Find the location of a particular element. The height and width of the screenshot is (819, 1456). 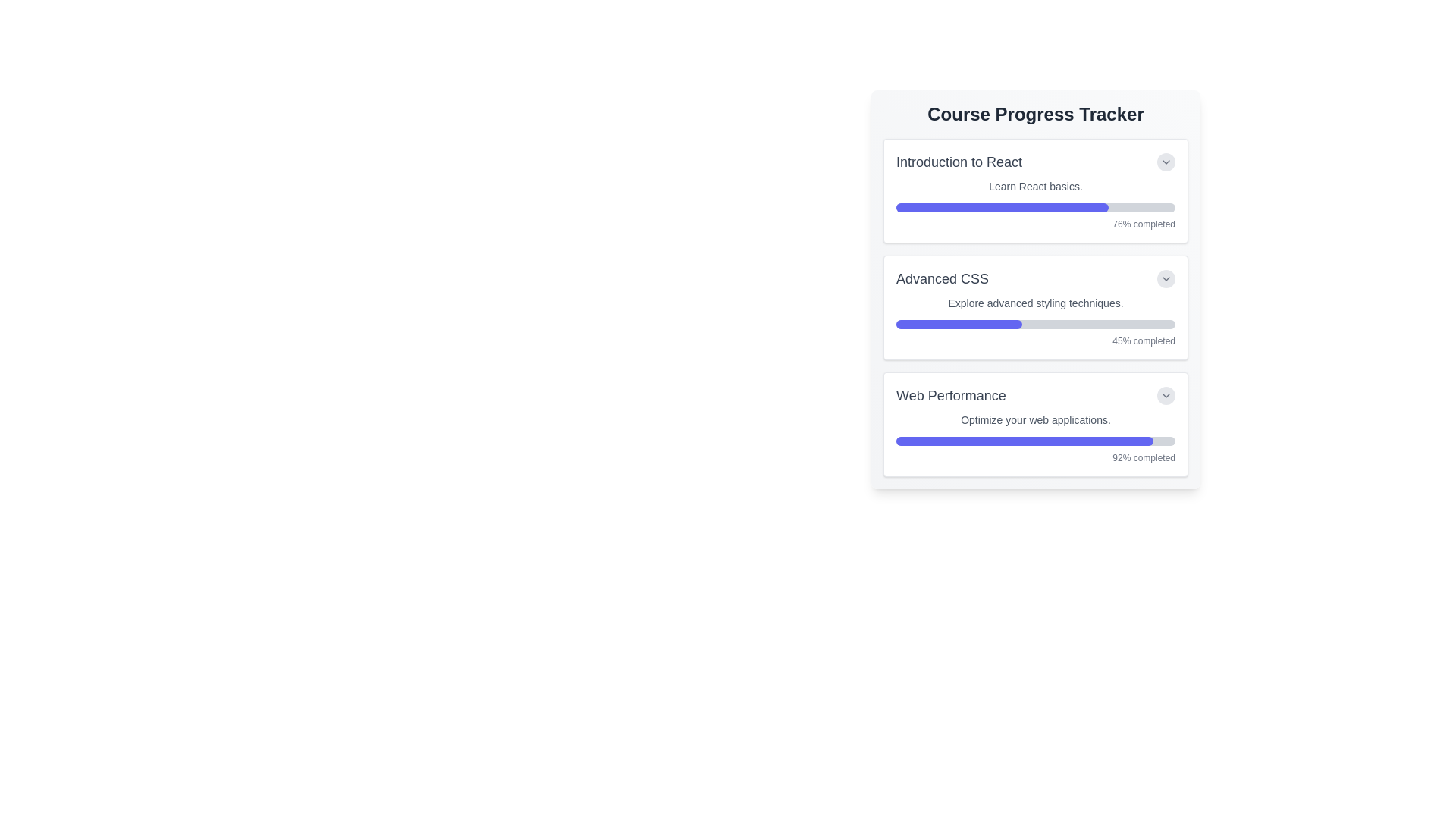

the progress bar of the 'Web Performance' Progress Card, which is the third card in the Course Progress Tracker, to adjust its value or view details is located at coordinates (1035, 424).